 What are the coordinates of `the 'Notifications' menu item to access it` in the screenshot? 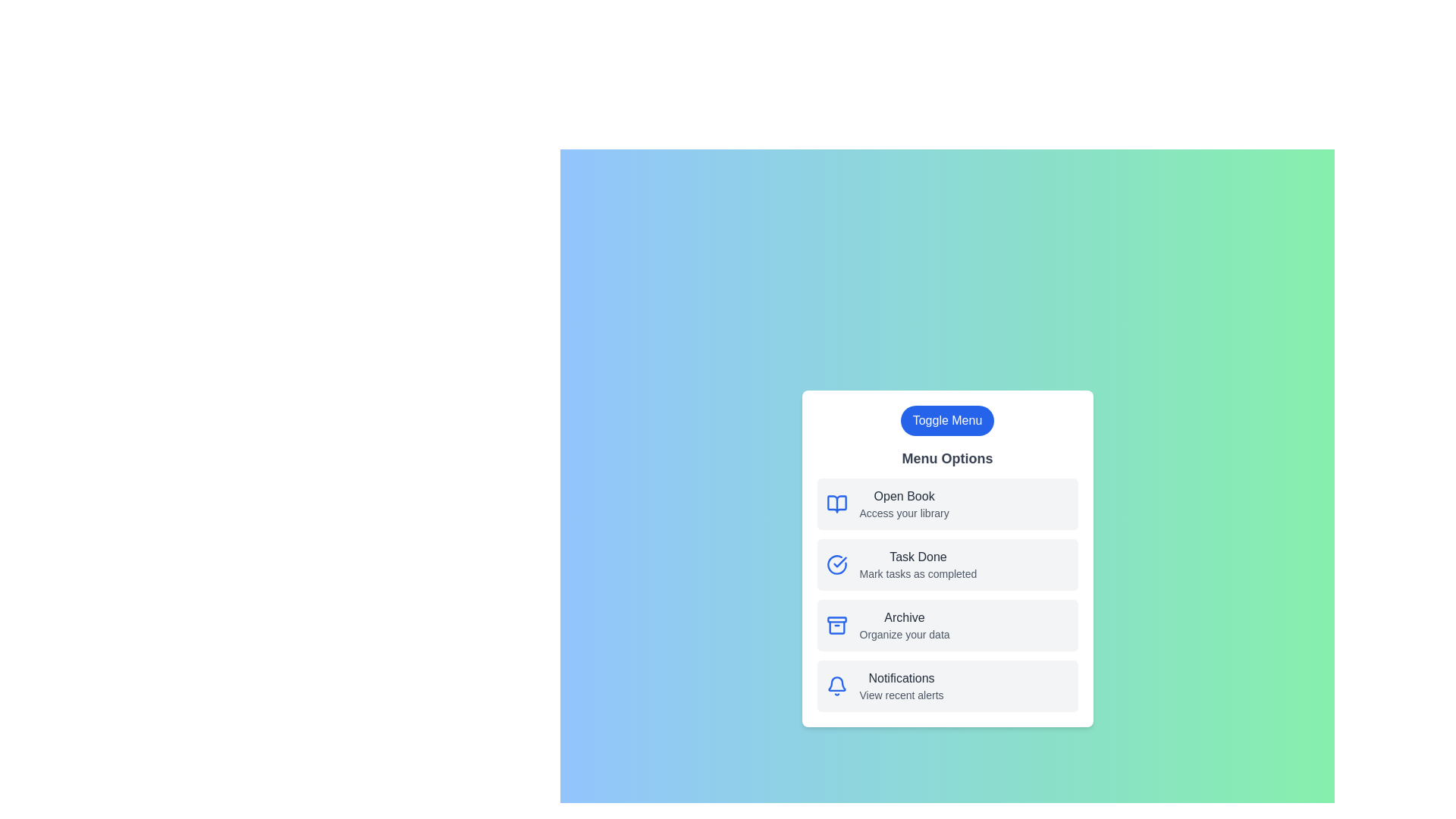 It's located at (946, 686).